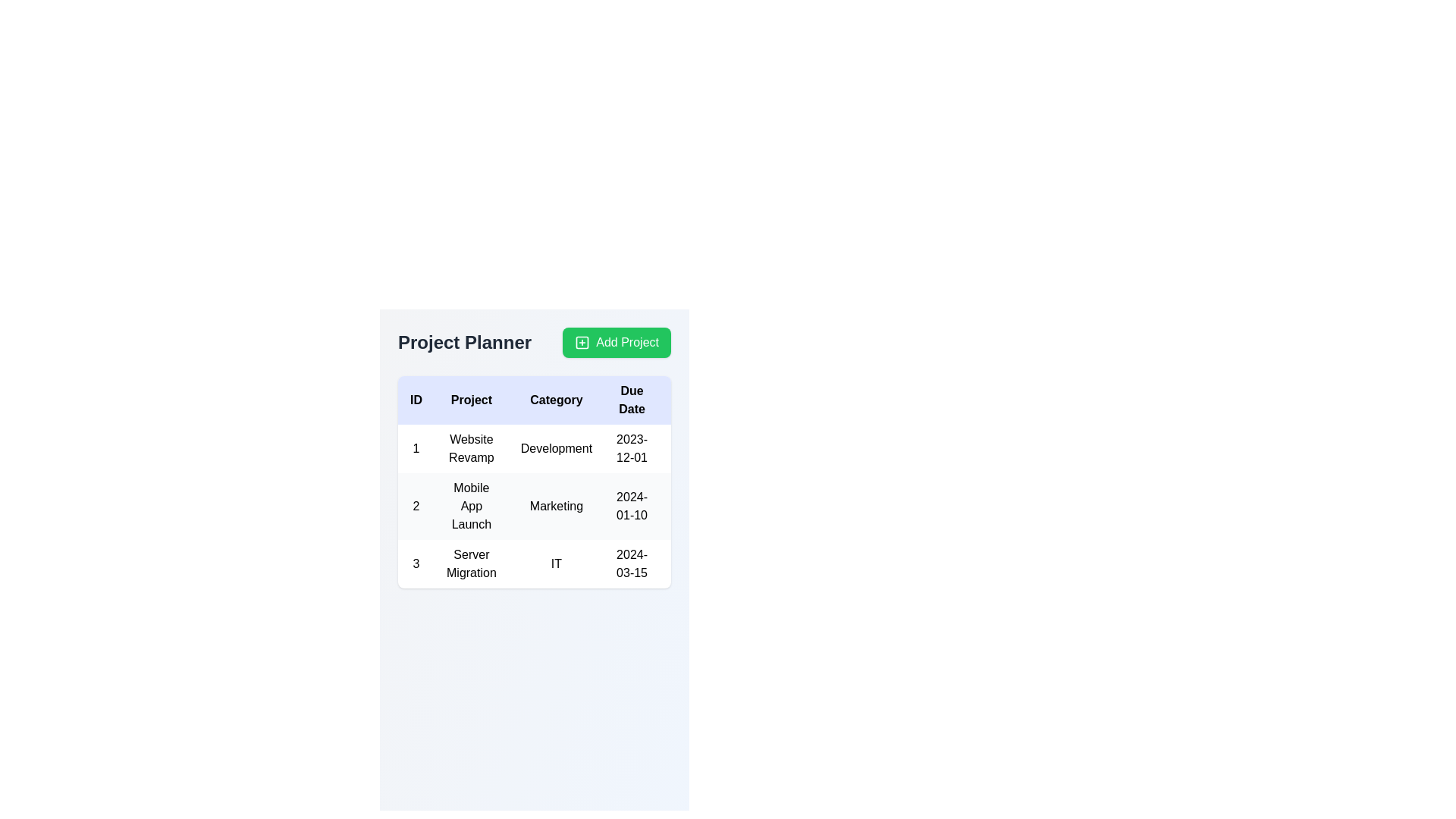 The width and height of the screenshot is (1456, 819). I want to click on the decorative SVG graphical element that enhances the visual representation of the 'Add Project' button, located at the top-right corner of the interface, above the table, so click(582, 342).